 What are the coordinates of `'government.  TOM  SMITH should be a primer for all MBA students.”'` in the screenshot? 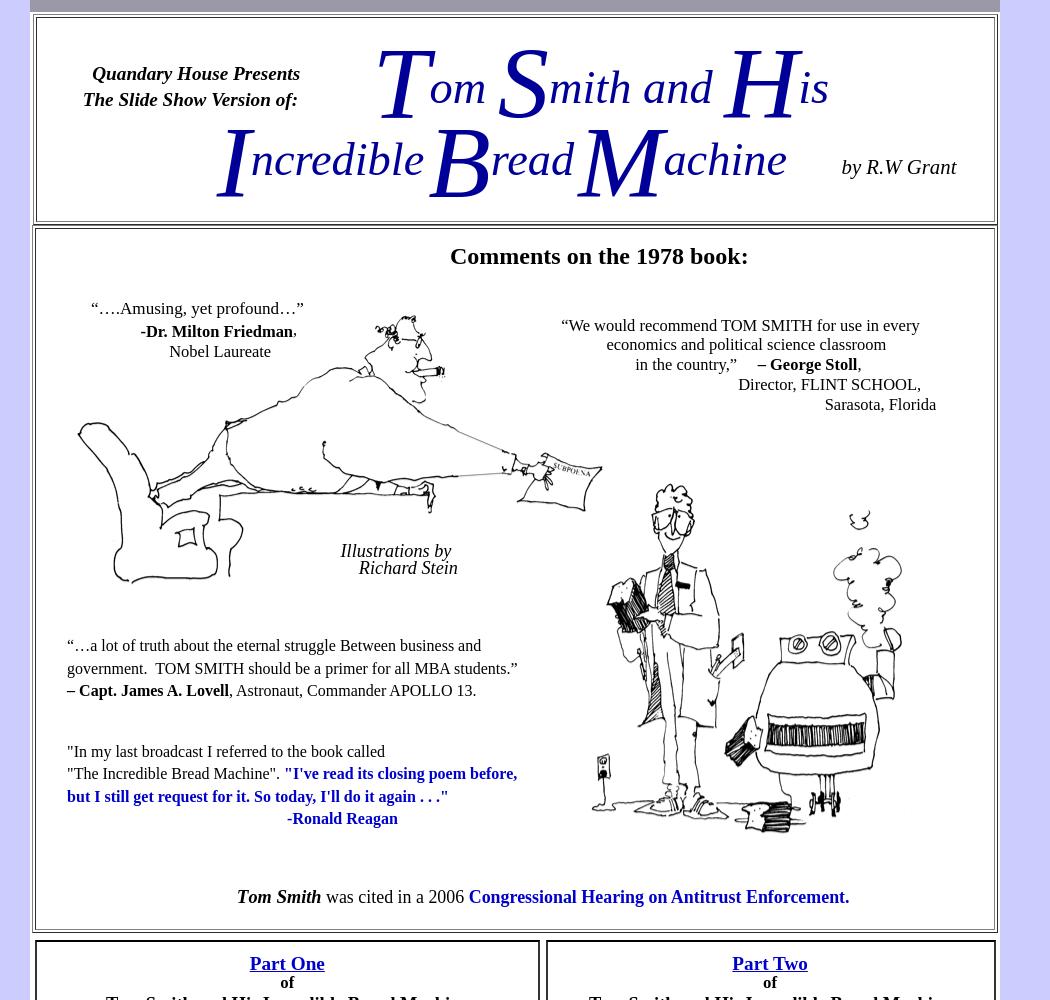 It's located at (291, 667).